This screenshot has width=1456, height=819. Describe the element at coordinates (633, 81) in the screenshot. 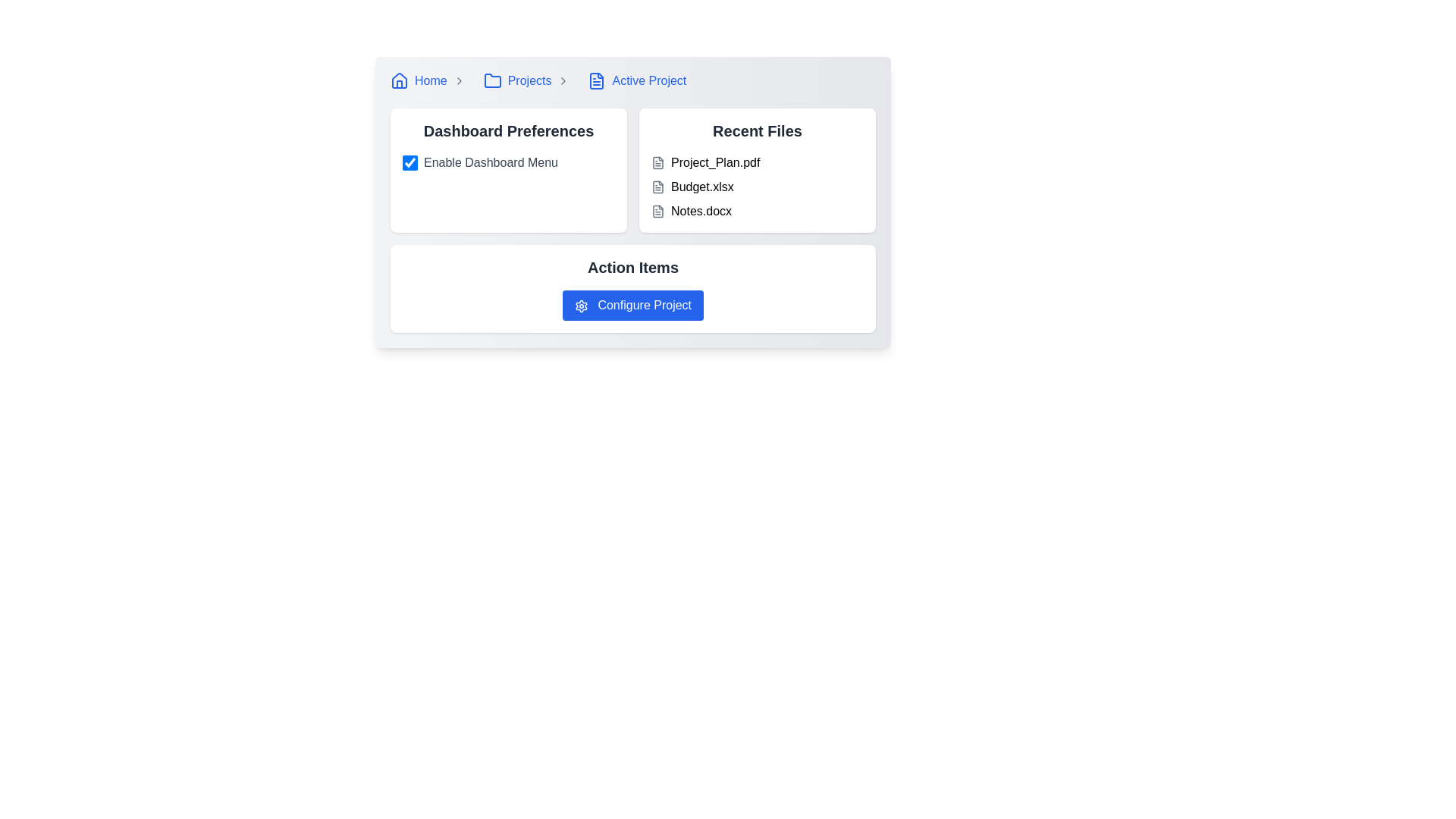

I see `the 'Active Project' step in the Breadcrumb Navigation Bar` at that location.